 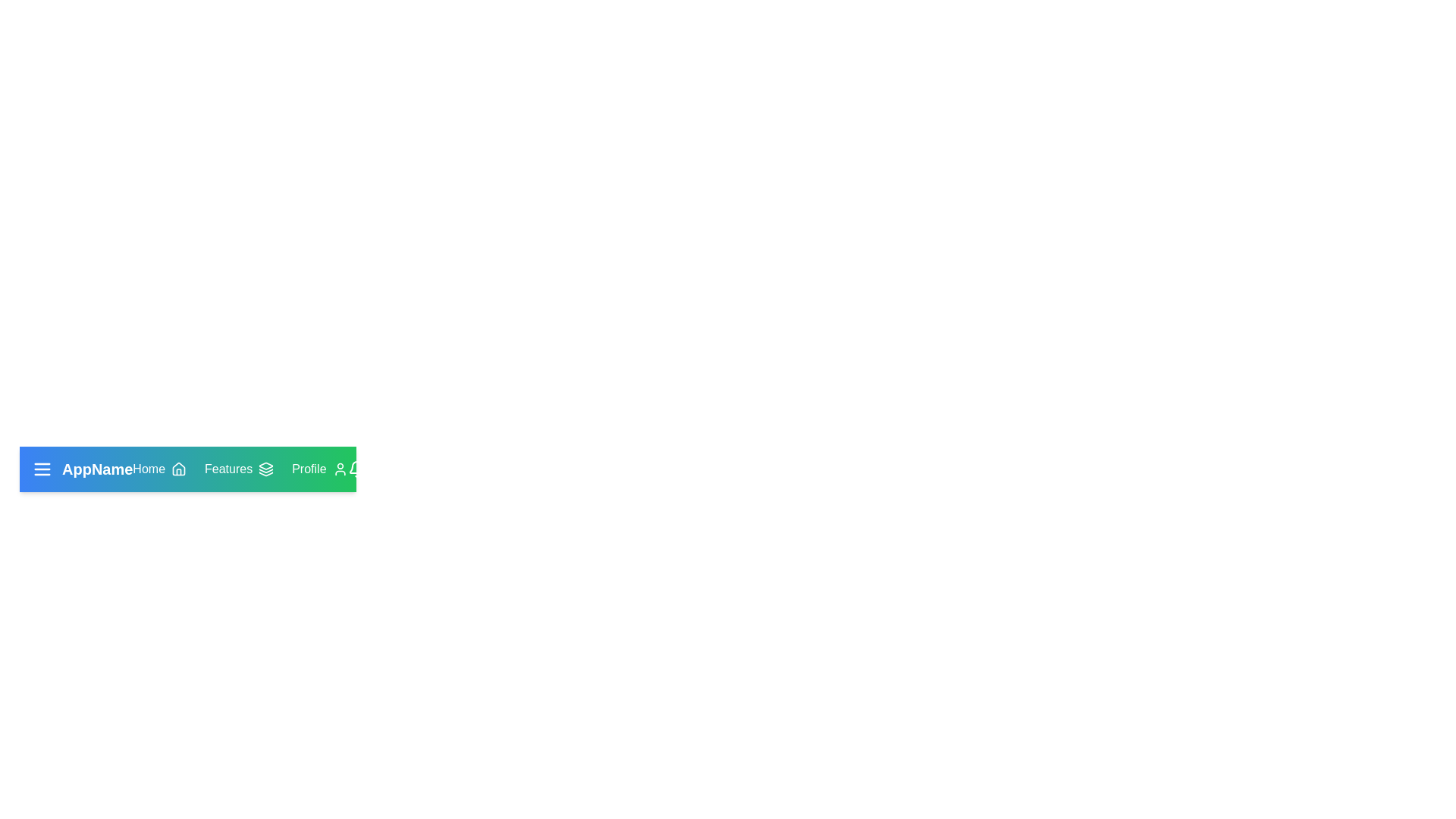 I want to click on the 'Profile' button, so click(x=318, y=468).